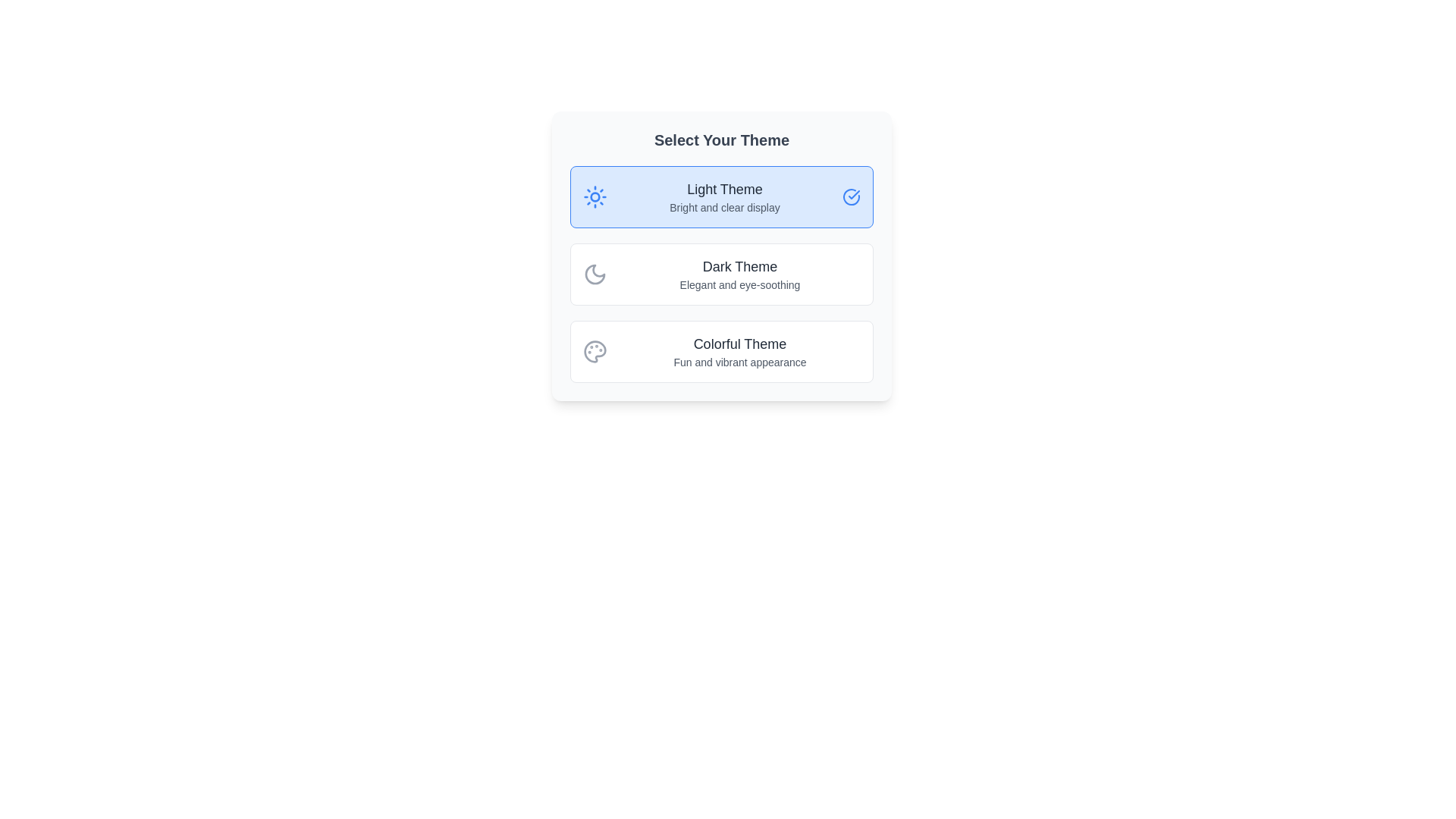  What do you see at coordinates (720, 351) in the screenshot?
I see `the 'Colorful Theme' option button, which has a painter's palette icon on the left and the text 'Colorful Theme' and 'Fun and vibrant appearance' on the right` at bounding box center [720, 351].